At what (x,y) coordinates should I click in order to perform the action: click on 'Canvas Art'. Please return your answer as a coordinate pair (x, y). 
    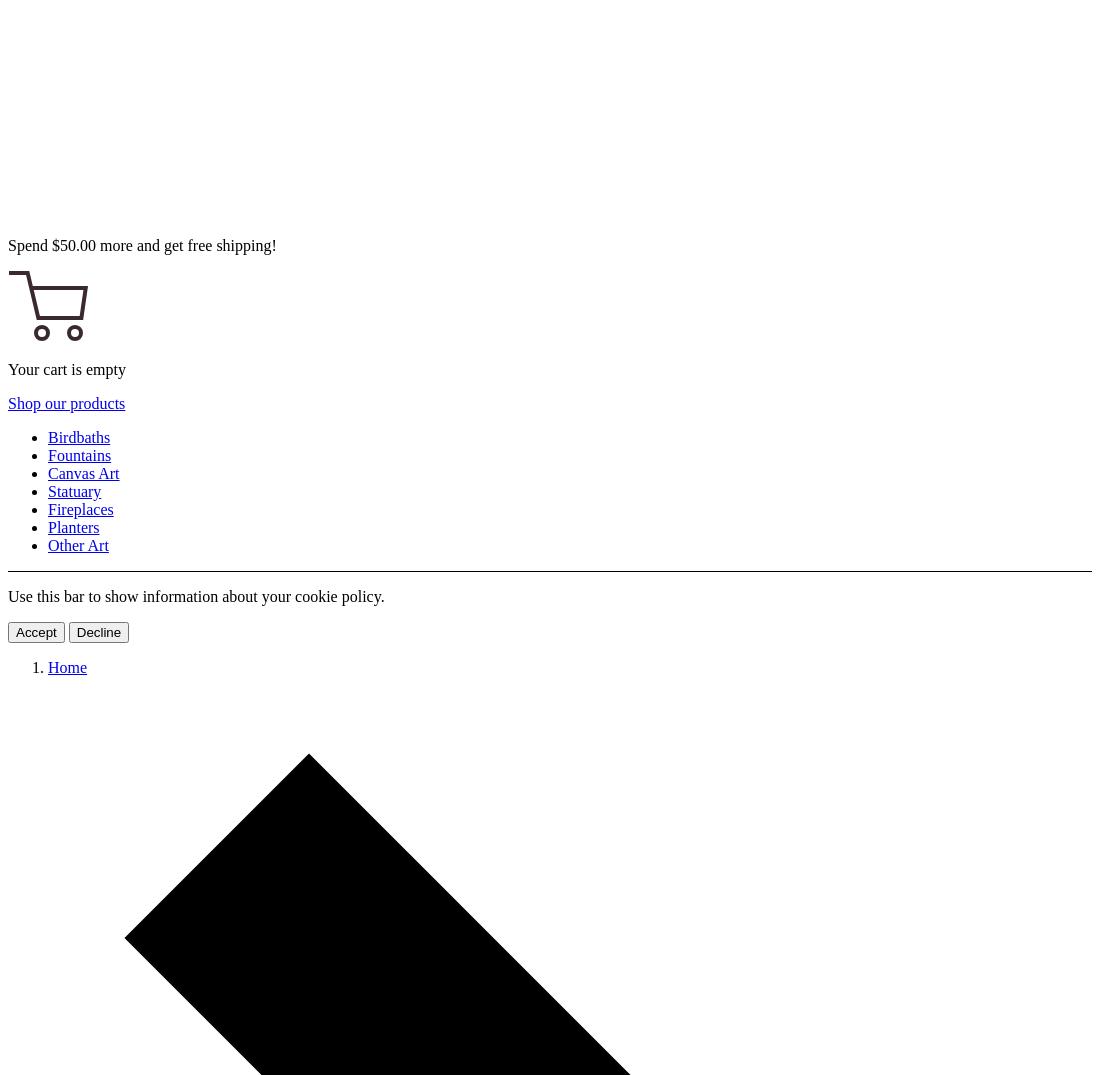
    Looking at the image, I should click on (83, 473).